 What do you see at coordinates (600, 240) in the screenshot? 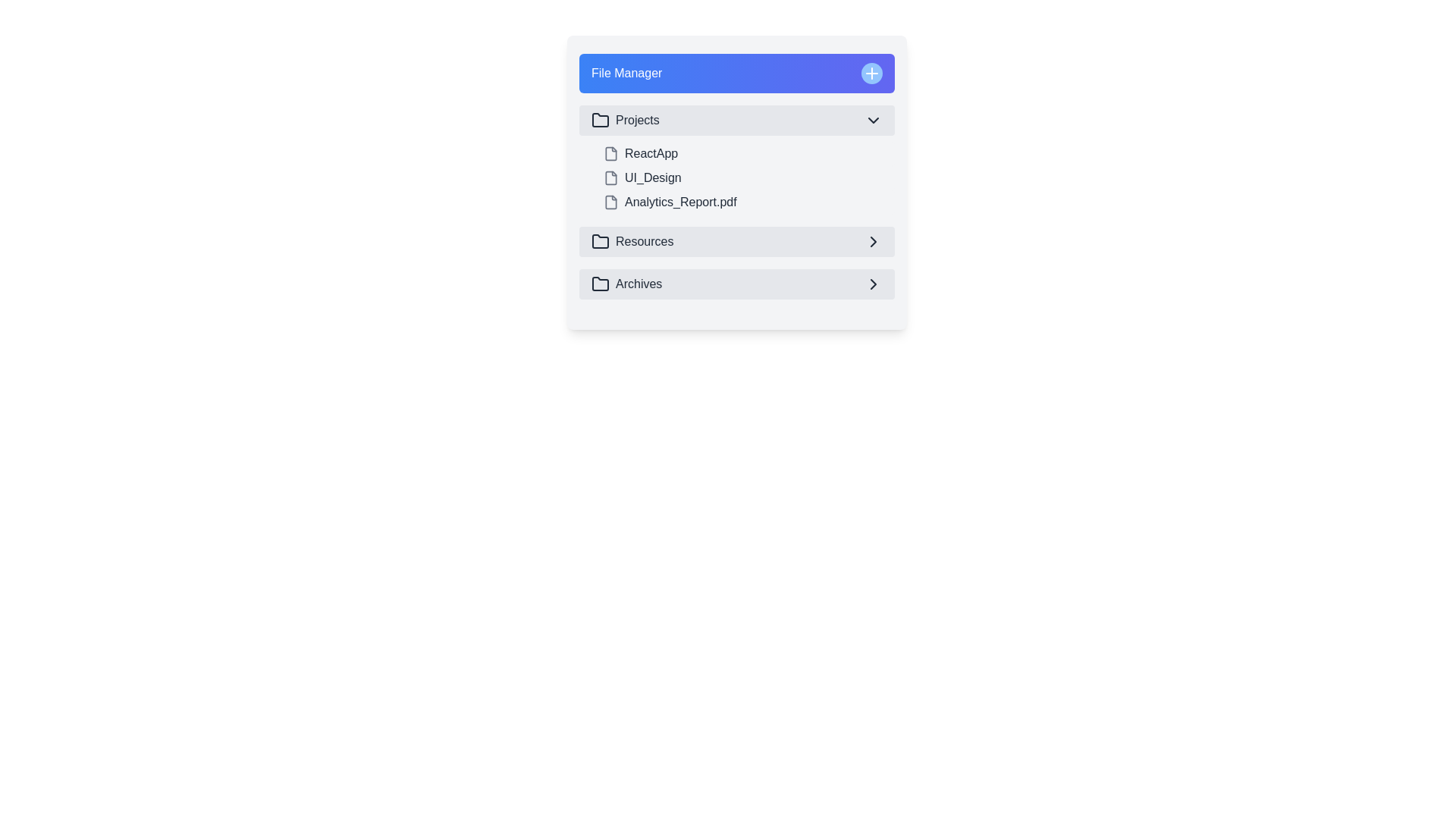
I see `the folder icon labeled 'Resources' located in the vertical list under 'File Manager', positioned between 'Projects' and 'Archives'` at bounding box center [600, 240].